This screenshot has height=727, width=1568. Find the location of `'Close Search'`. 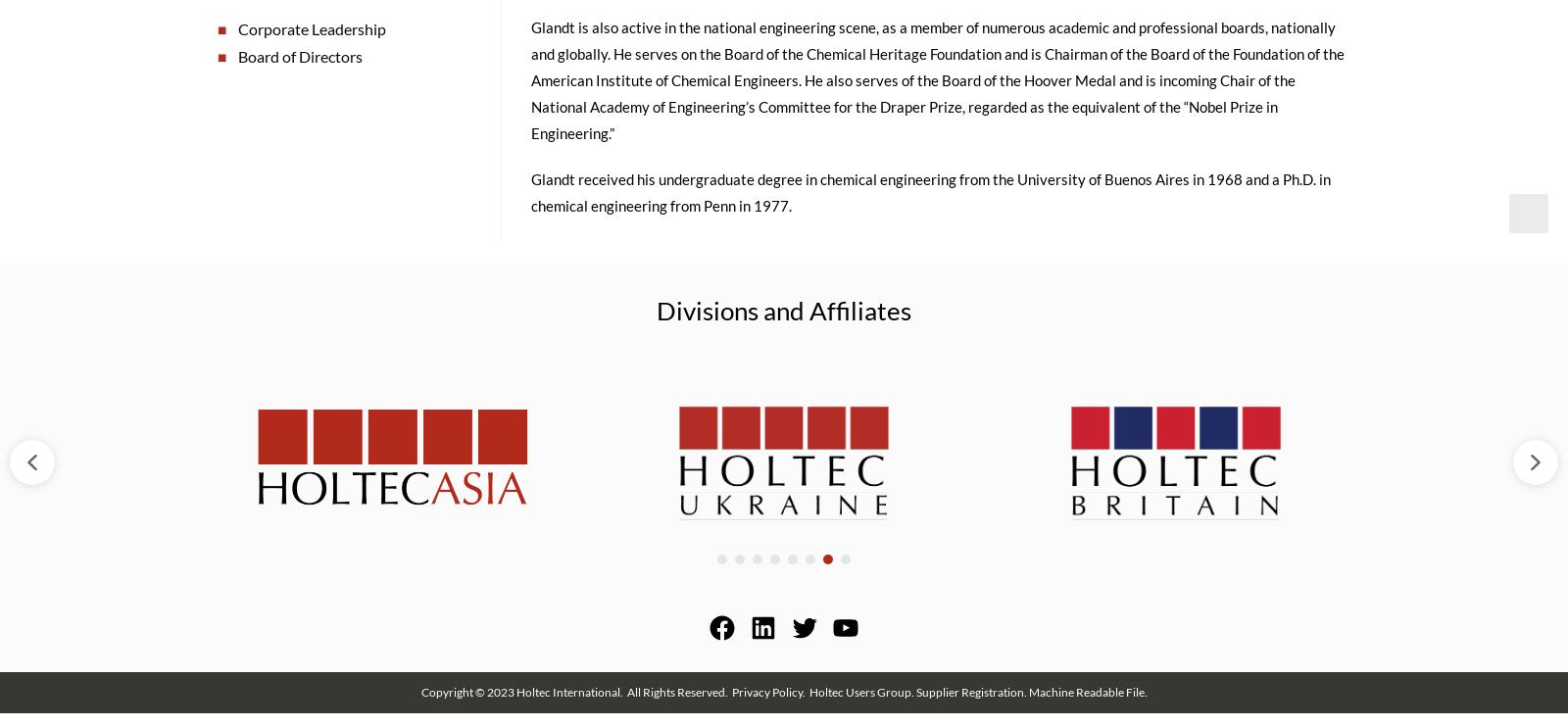

'Close Search' is located at coordinates (1490, 175).